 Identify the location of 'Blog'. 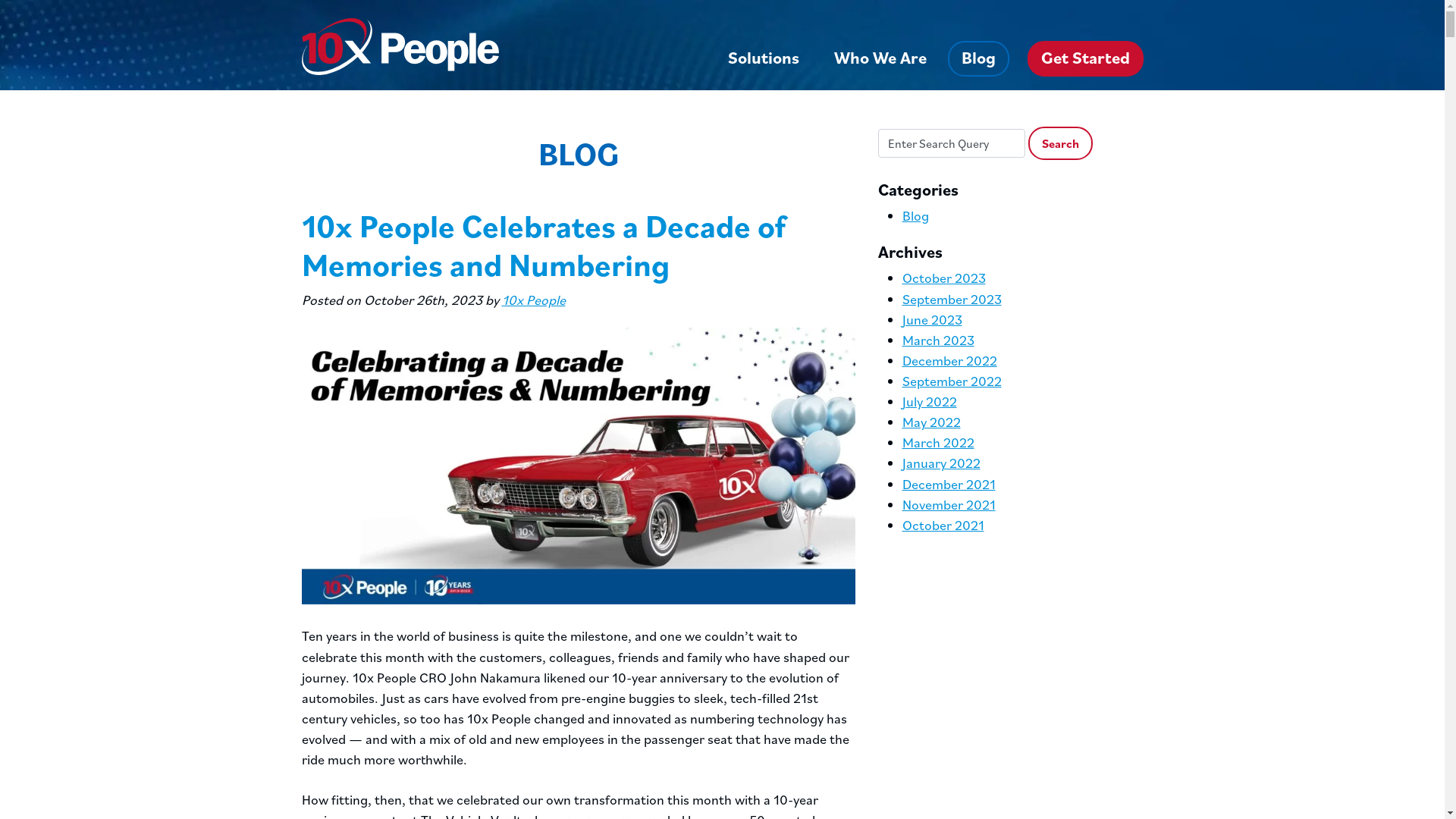
(915, 215).